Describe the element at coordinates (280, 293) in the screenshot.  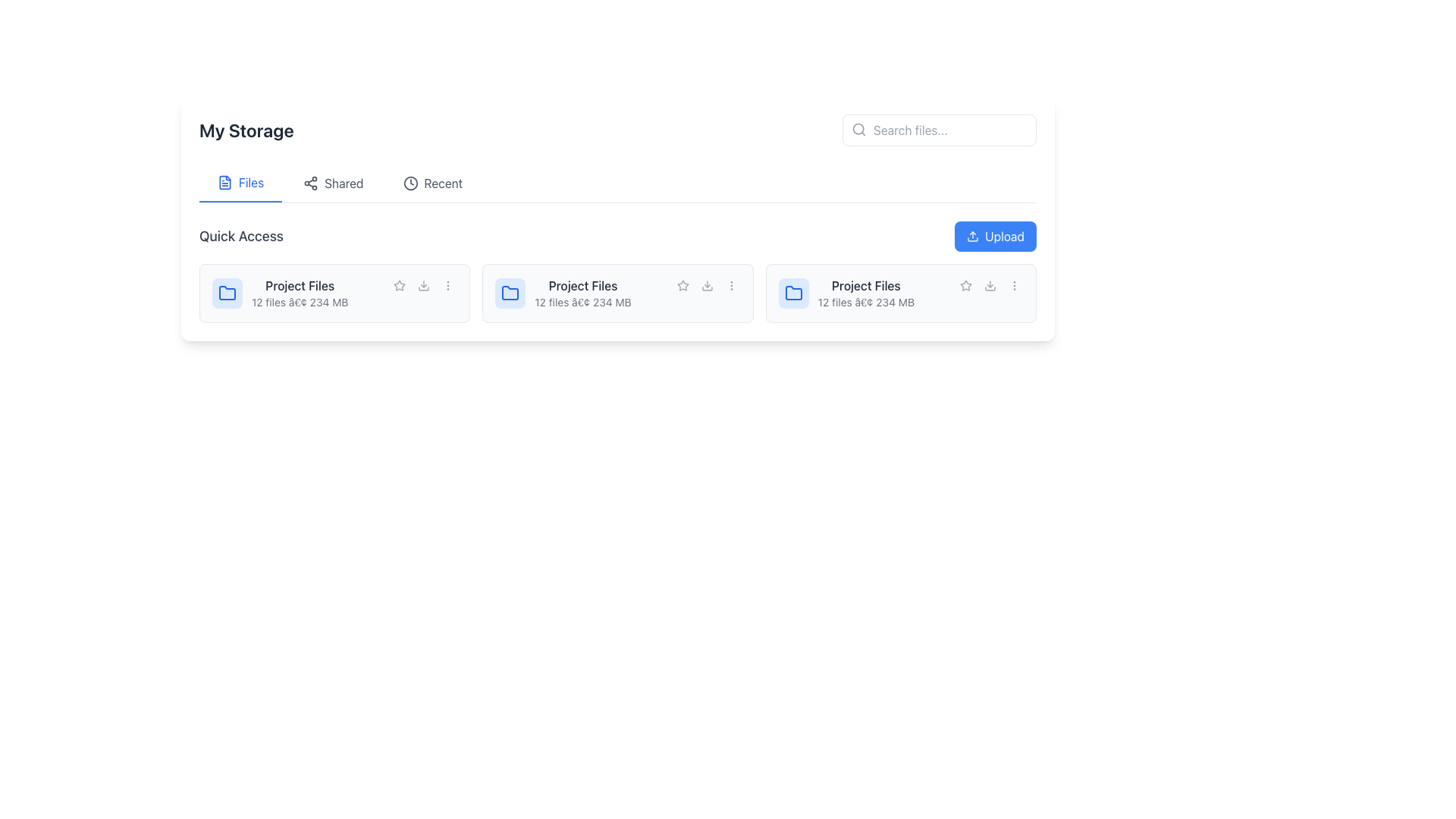
I see `the card with folder icon located in the 'Quick Access' section` at that location.